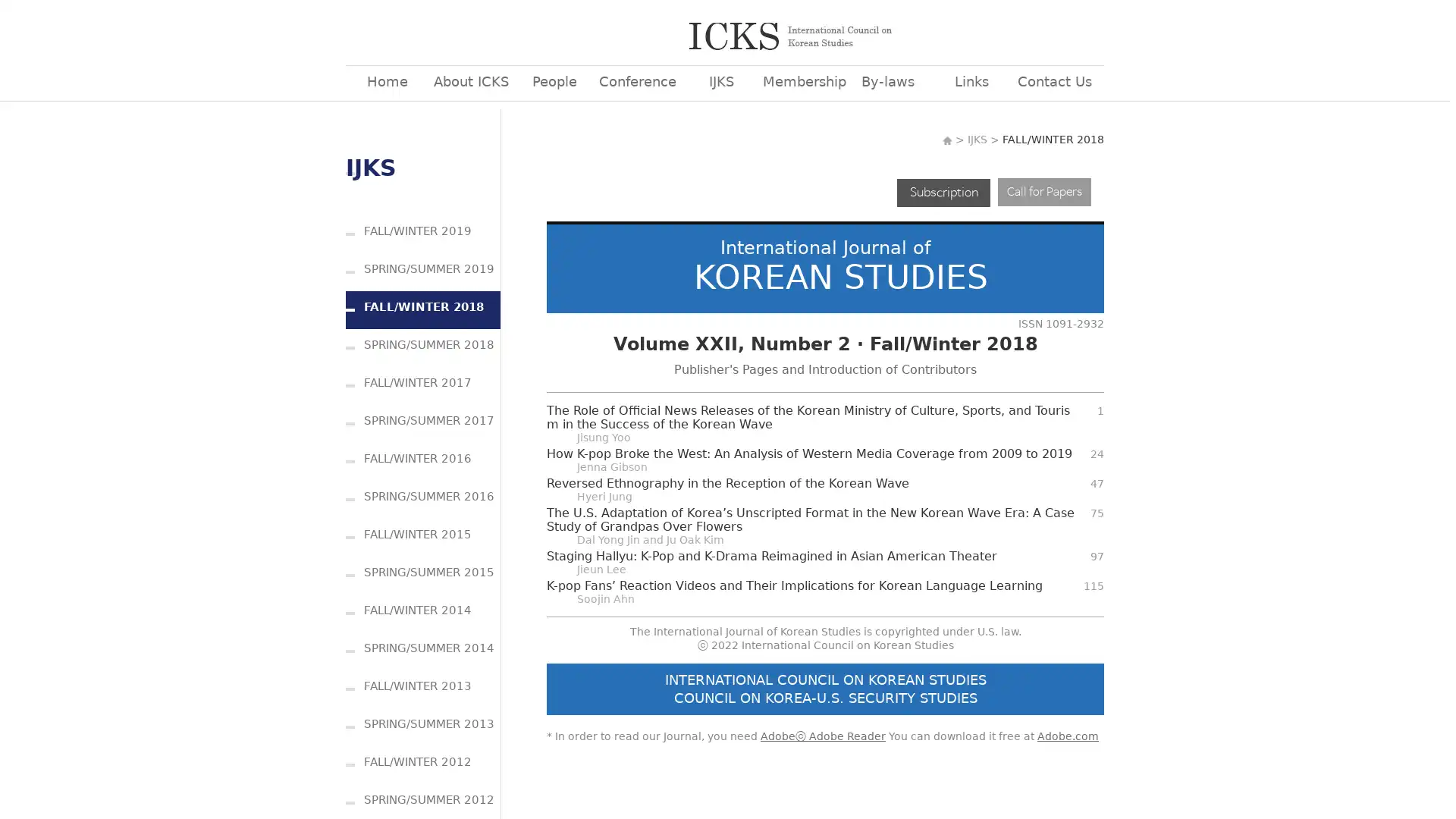 The width and height of the screenshot is (1456, 819). Describe the element at coordinates (1043, 191) in the screenshot. I see `Call for Papers` at that location.